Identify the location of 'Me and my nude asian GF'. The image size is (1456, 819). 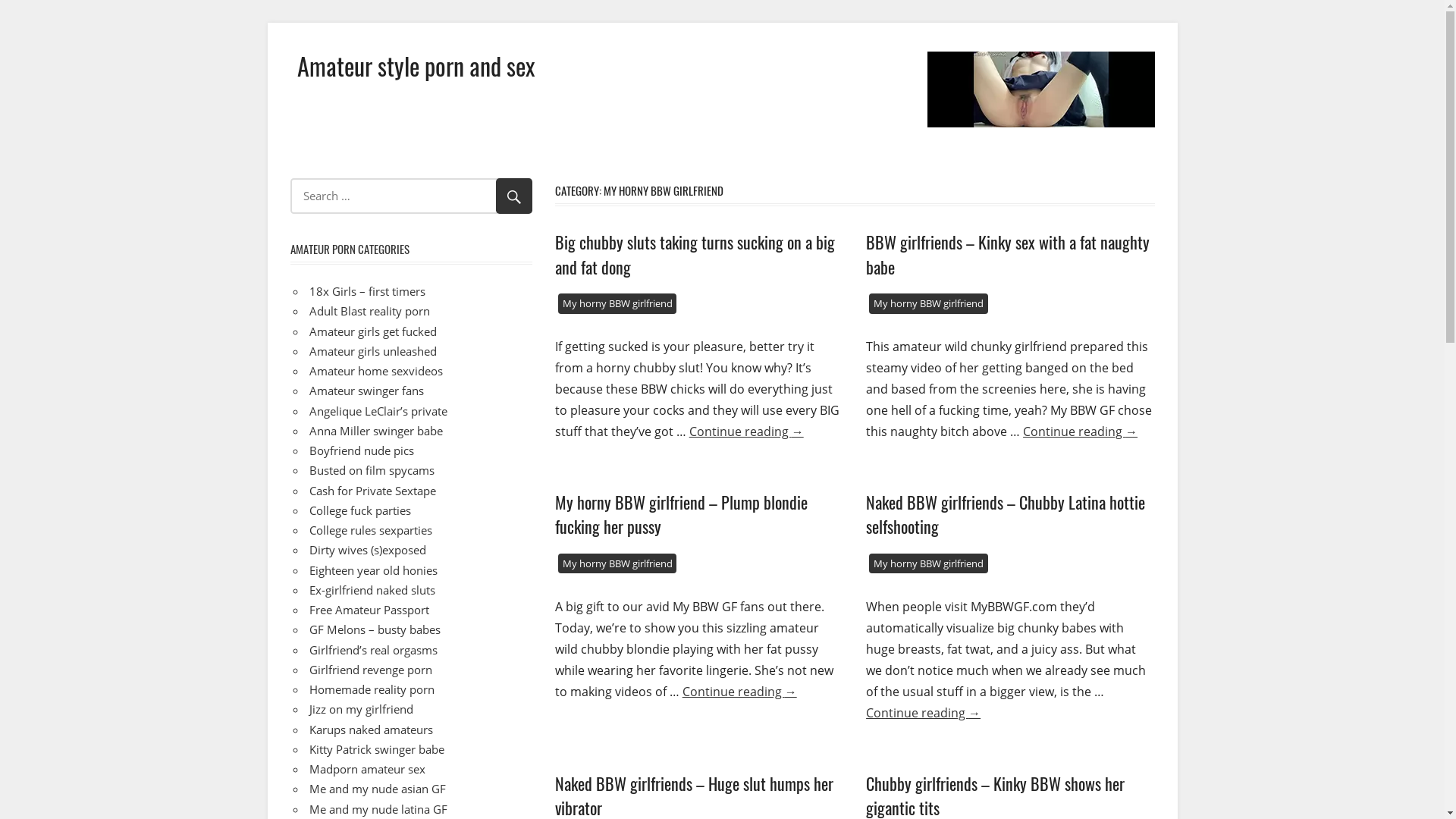
(378, 788).